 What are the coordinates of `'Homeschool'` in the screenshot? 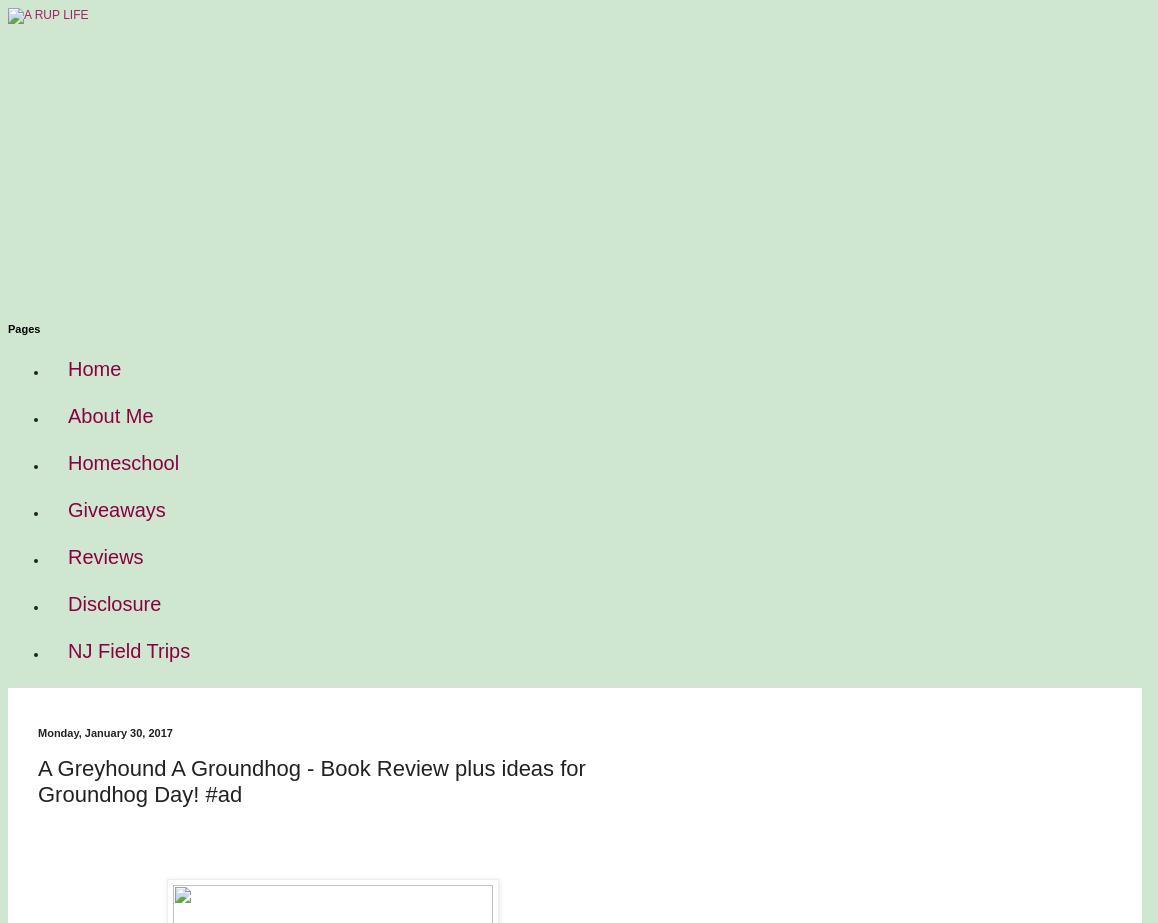 It's located at (122, 462).